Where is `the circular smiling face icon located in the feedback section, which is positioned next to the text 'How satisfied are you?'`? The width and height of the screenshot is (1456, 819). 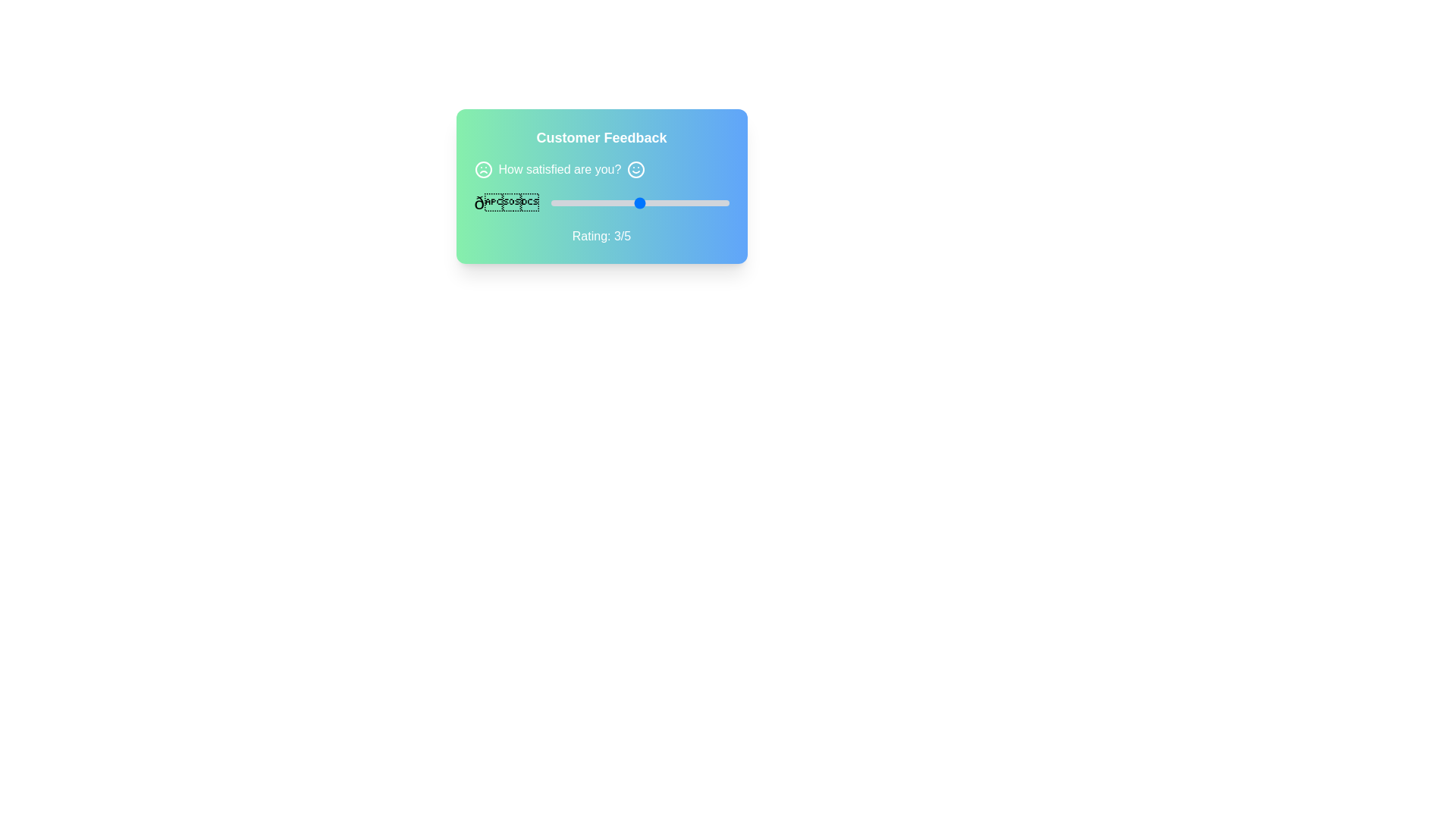 the circular smiling face icon located in the feedback section, which is positioned next to the text 'How satisfied are you?' is located at coordinates (636, 169).